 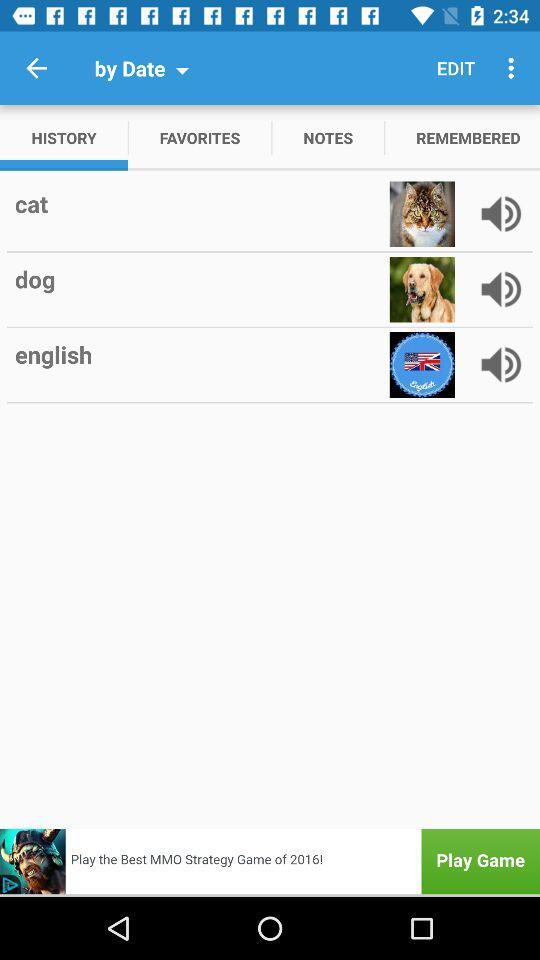 I want to click on icon to the left of remembered item, so click(x=328, y=136).